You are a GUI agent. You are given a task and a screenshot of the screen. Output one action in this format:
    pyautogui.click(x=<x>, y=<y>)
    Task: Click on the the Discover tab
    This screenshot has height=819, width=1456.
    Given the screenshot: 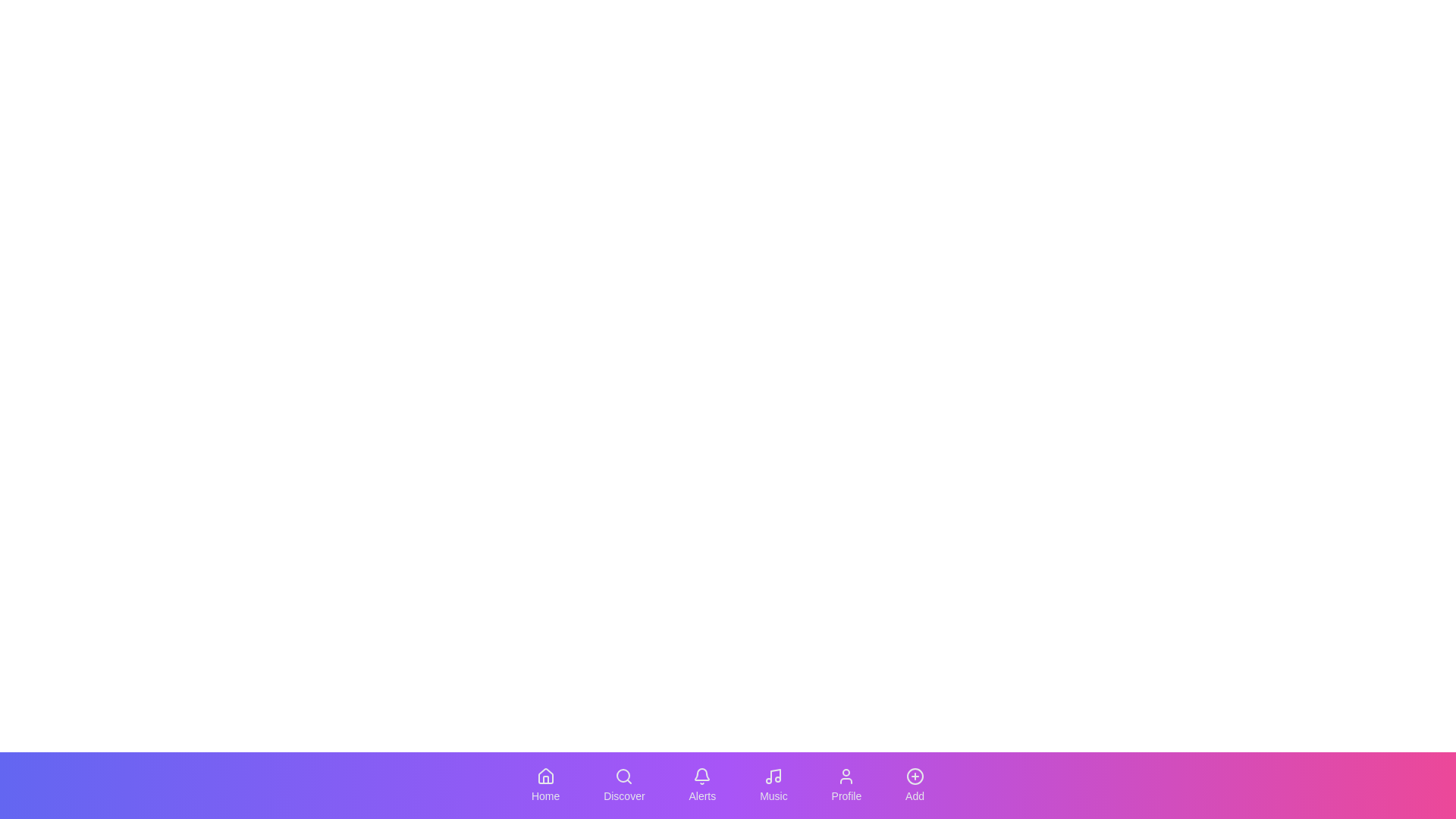 What is the action you would take?
    pyautogui.click(x=624, y=785)
    